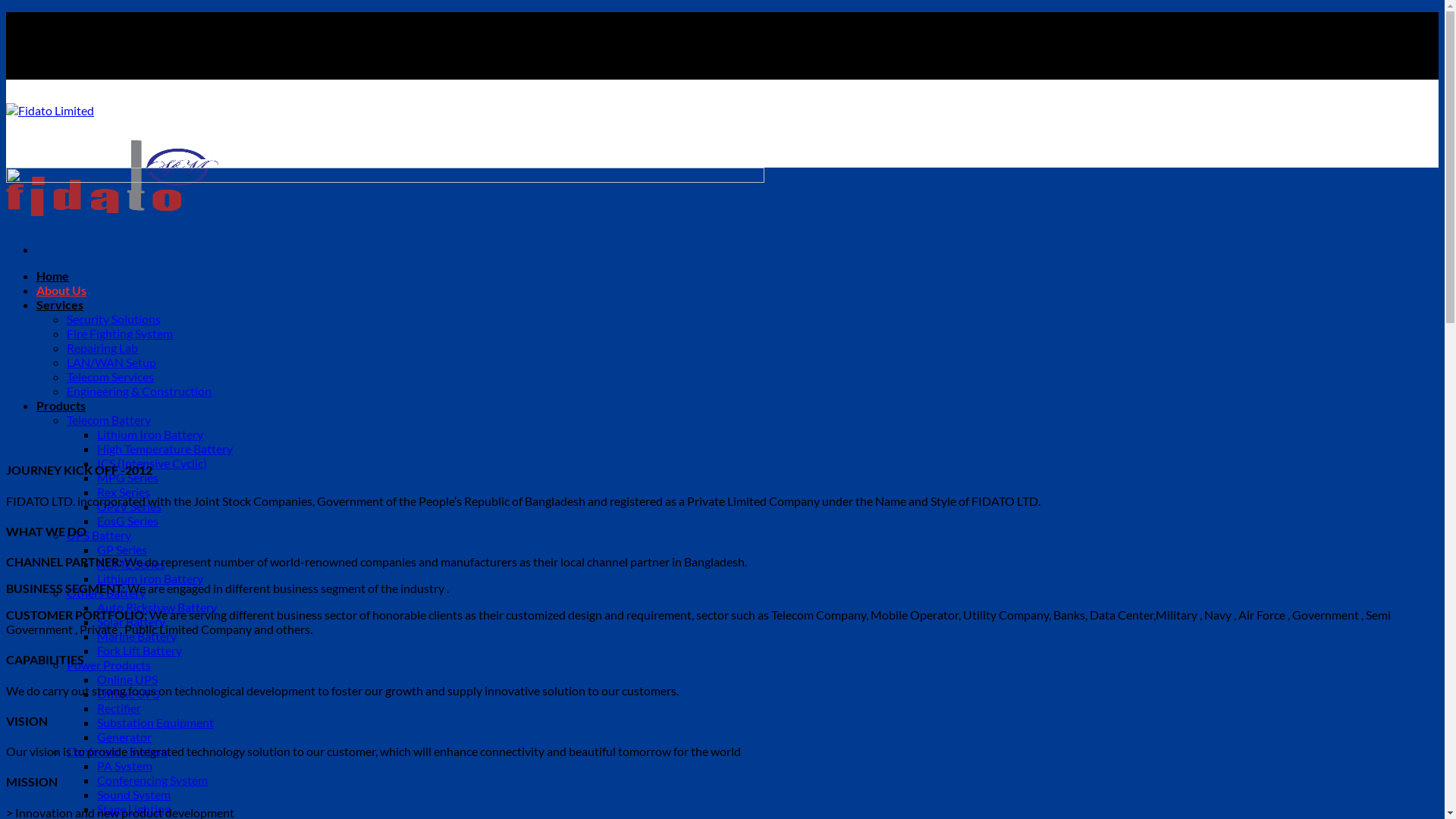 Image resolution: width=1456 pixels, height=819 pixels. I want to click on 'Rectifier', so click(118, 708).